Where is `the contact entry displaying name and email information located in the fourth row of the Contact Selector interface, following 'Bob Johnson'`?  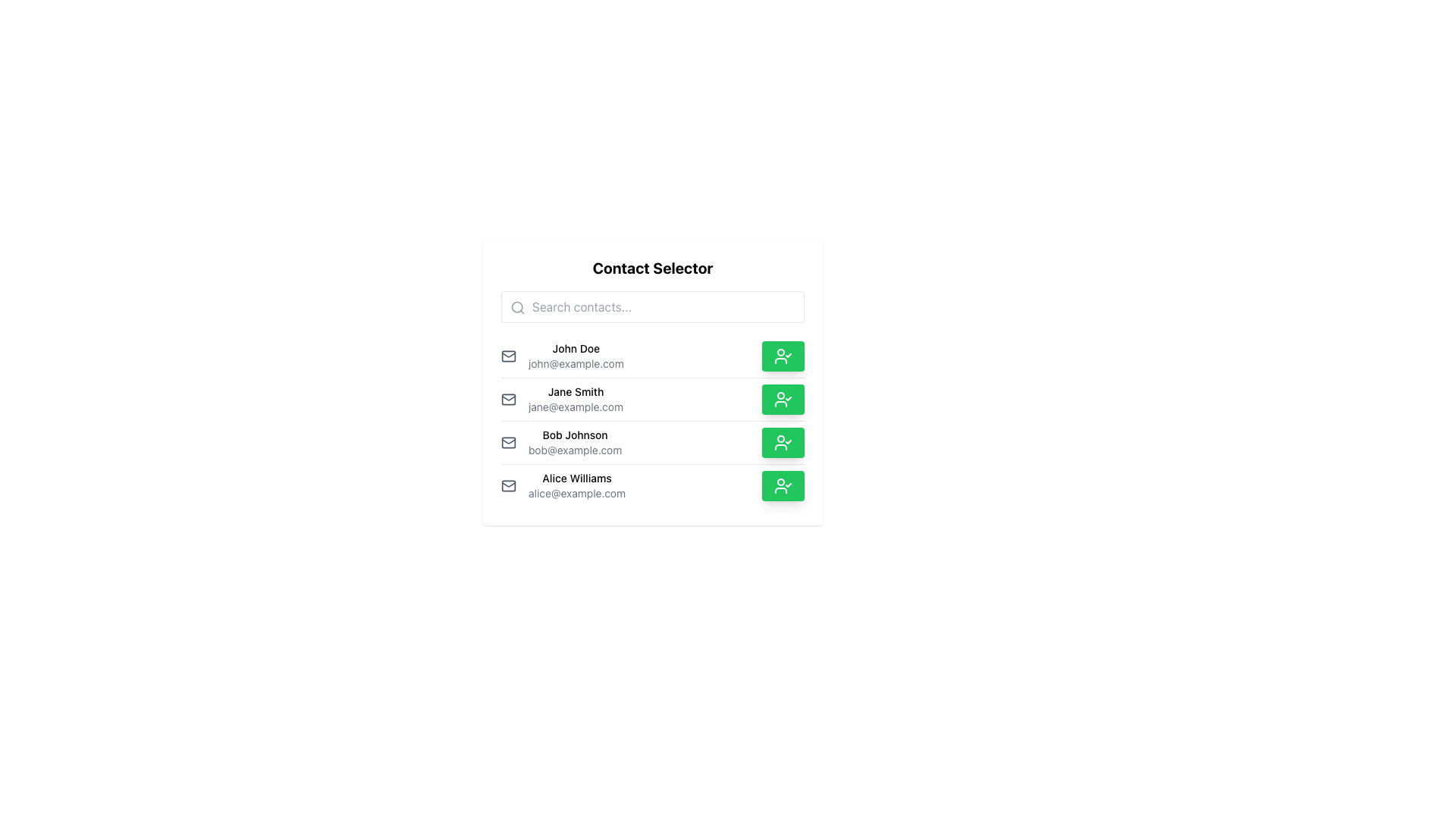 the contact entry displaying name and email information located in the fourth row of the Contact Selector interface, following 'Bob Johnson' is located at coordinates (576, 485).